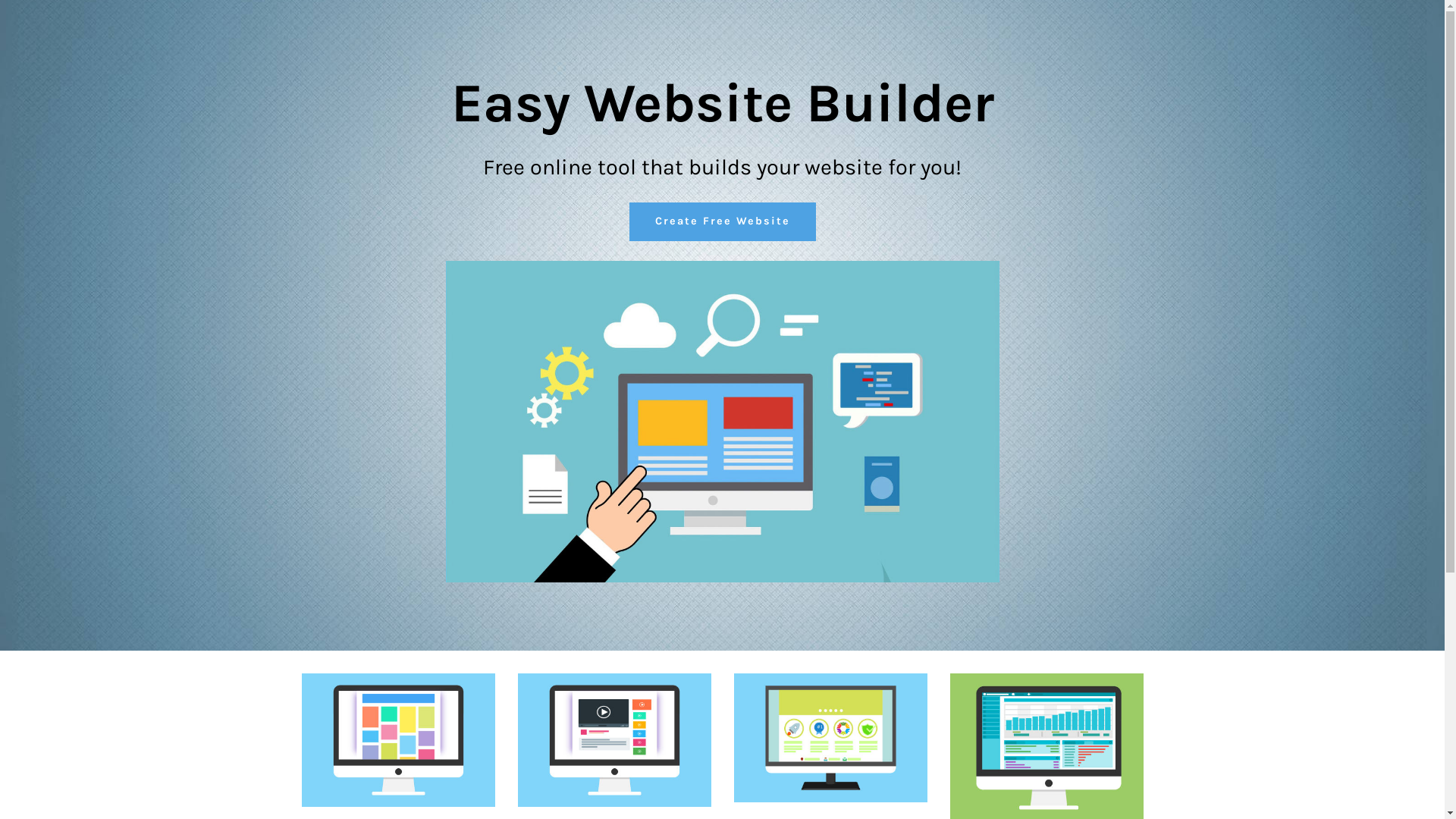  I want to click on 'Create Free Website', so click(722, 221).